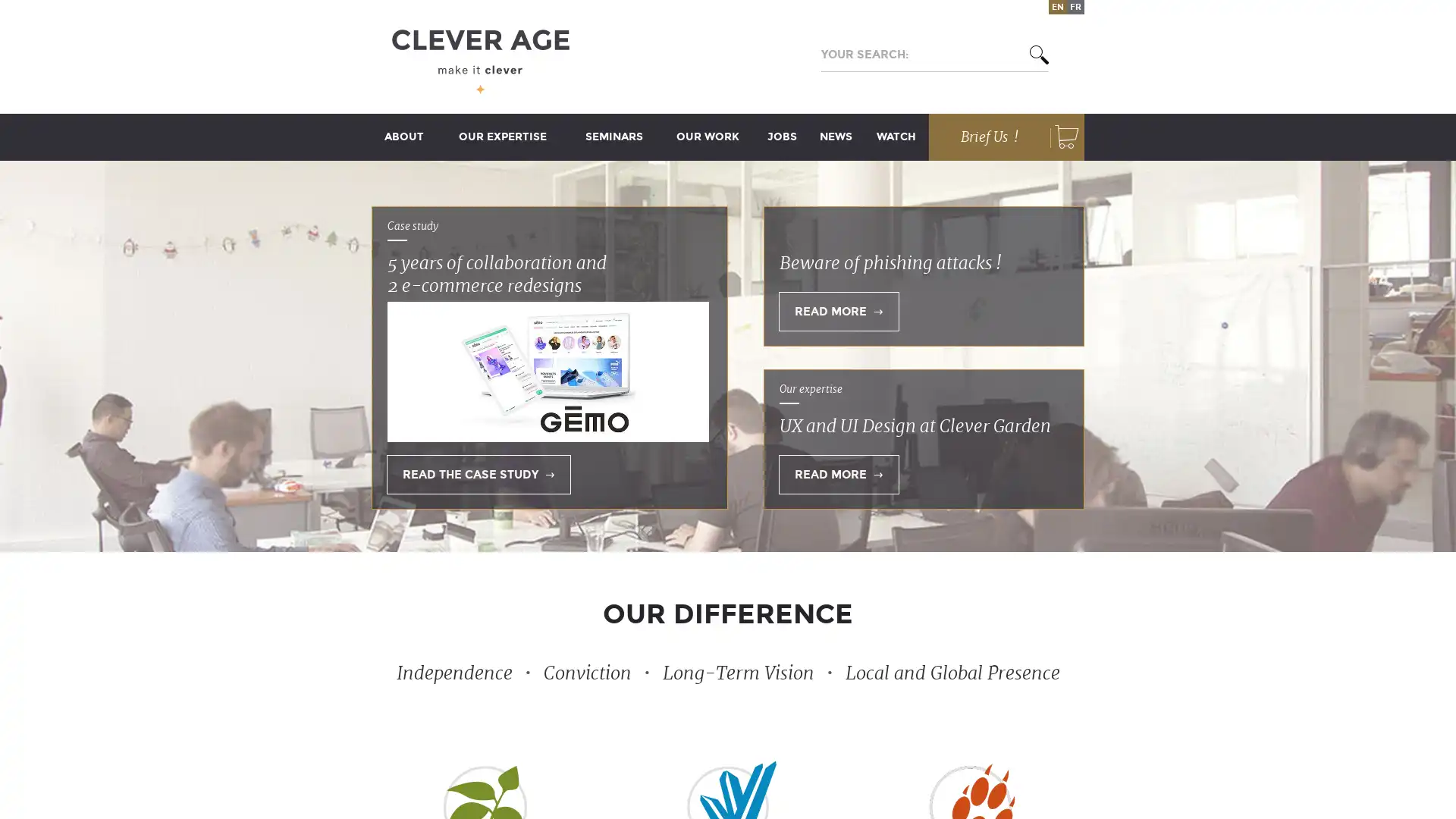 Image resolution: width=1456 pixels, height=819 pixels. Describe the element at coordinates (900, 441) in the screenshot. I see `Accept All Cookies` at that location.